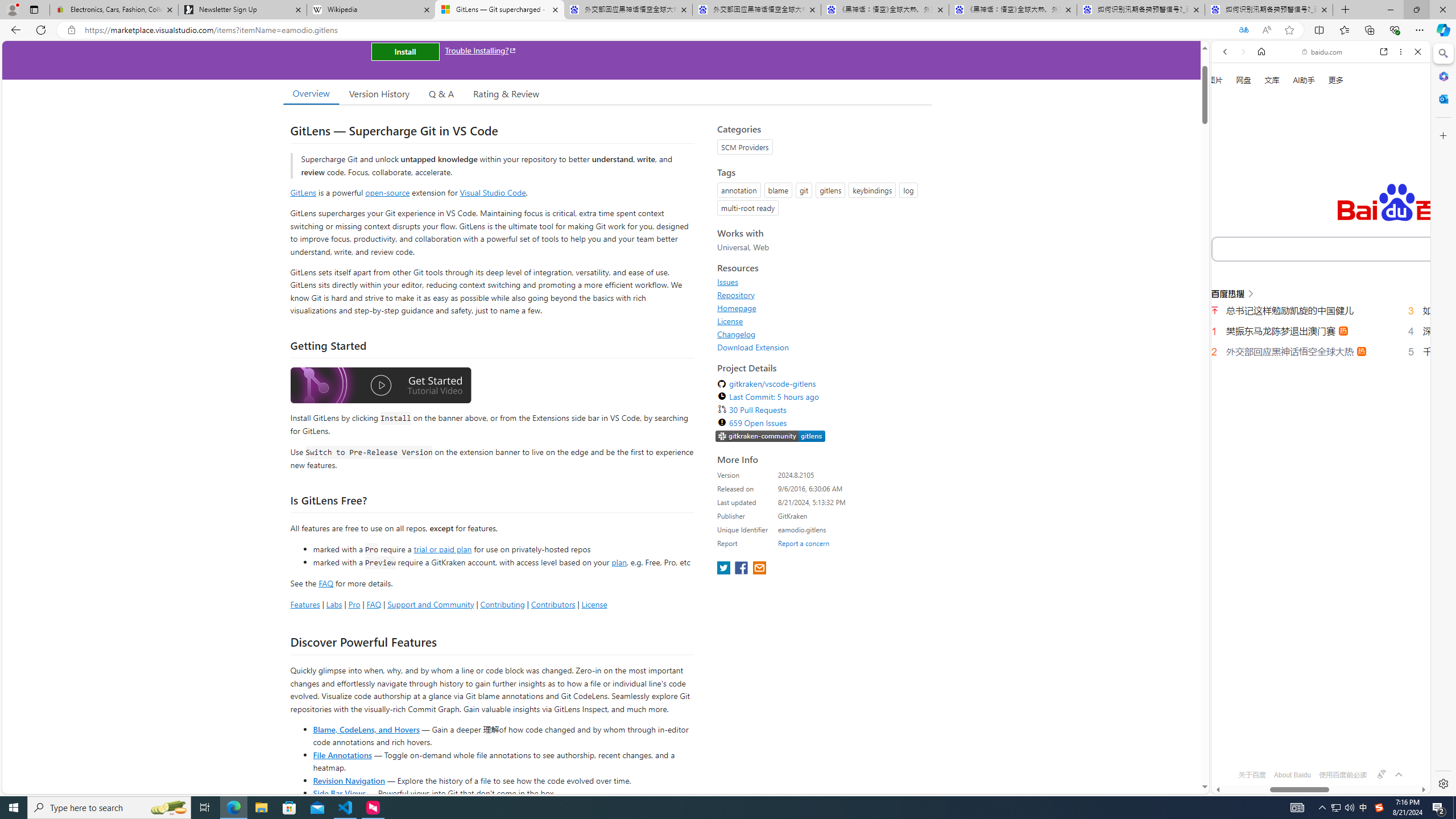  I want to click on 'Forward', so click(1242, 51).